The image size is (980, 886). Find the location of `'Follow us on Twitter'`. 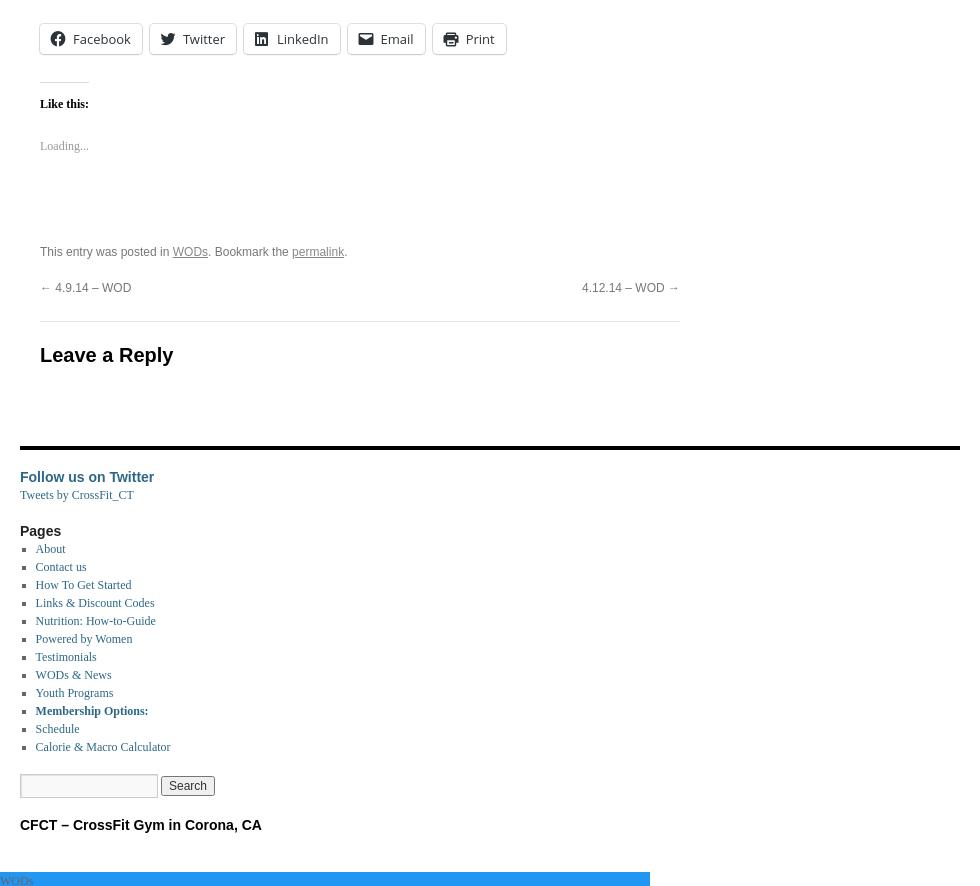

'Follow us on Twitter' is located at coordinates (19, 477).